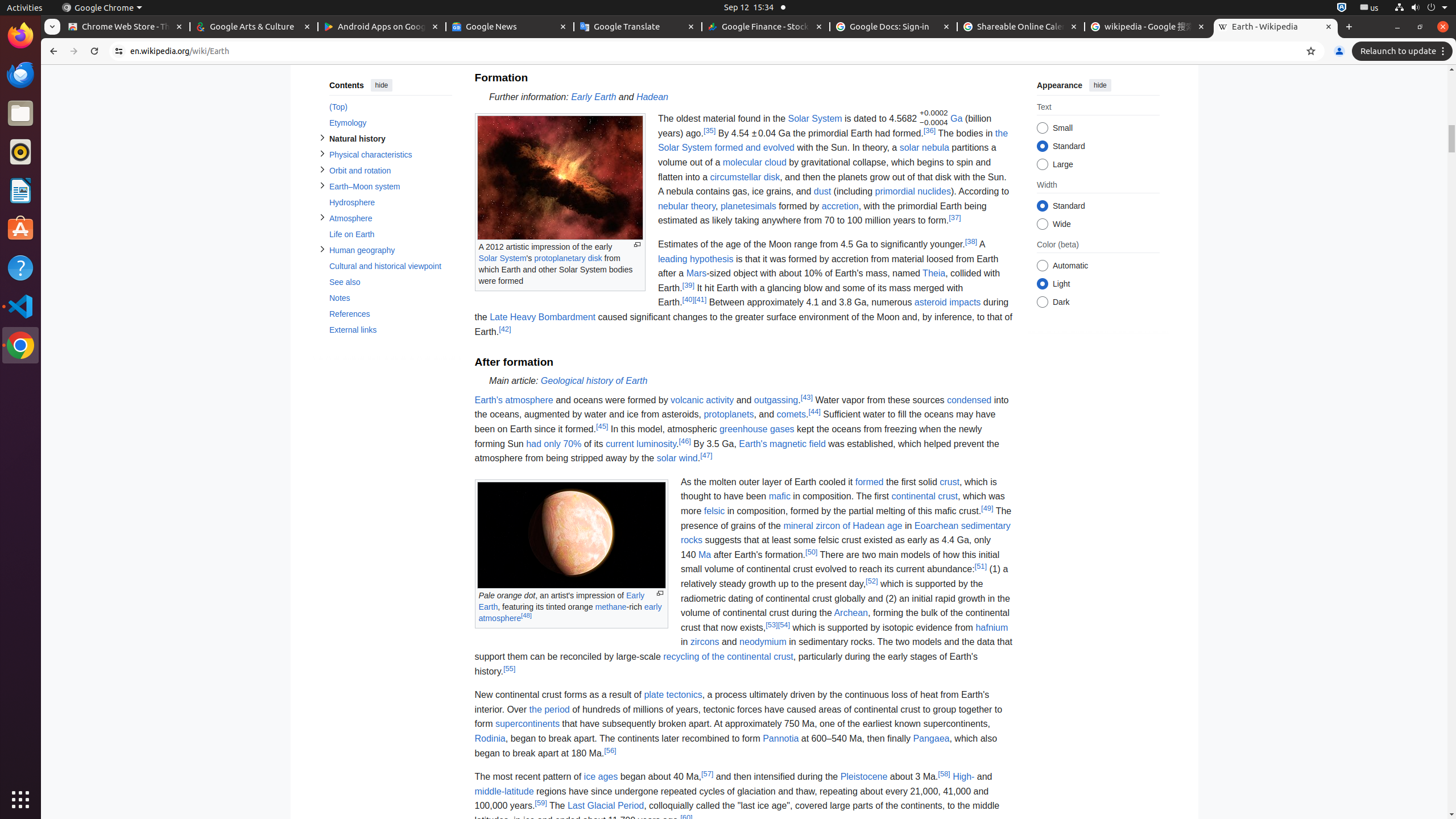  Describe the element at coordinates (955, 217) in the screenshot. I see `'[37]'` at that location.